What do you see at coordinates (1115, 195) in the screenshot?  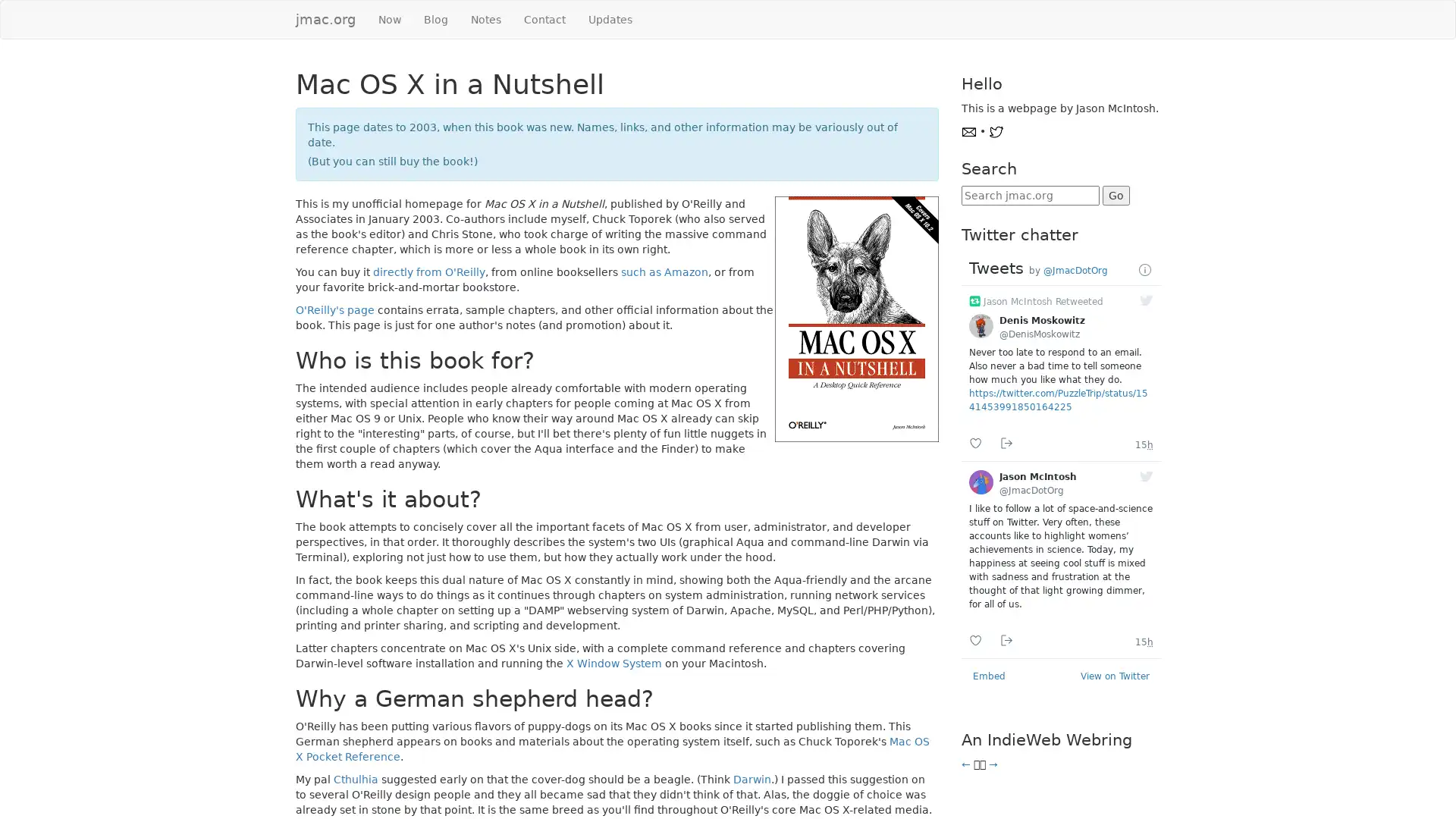 I see `Go` at bounding box center [1115, 195].